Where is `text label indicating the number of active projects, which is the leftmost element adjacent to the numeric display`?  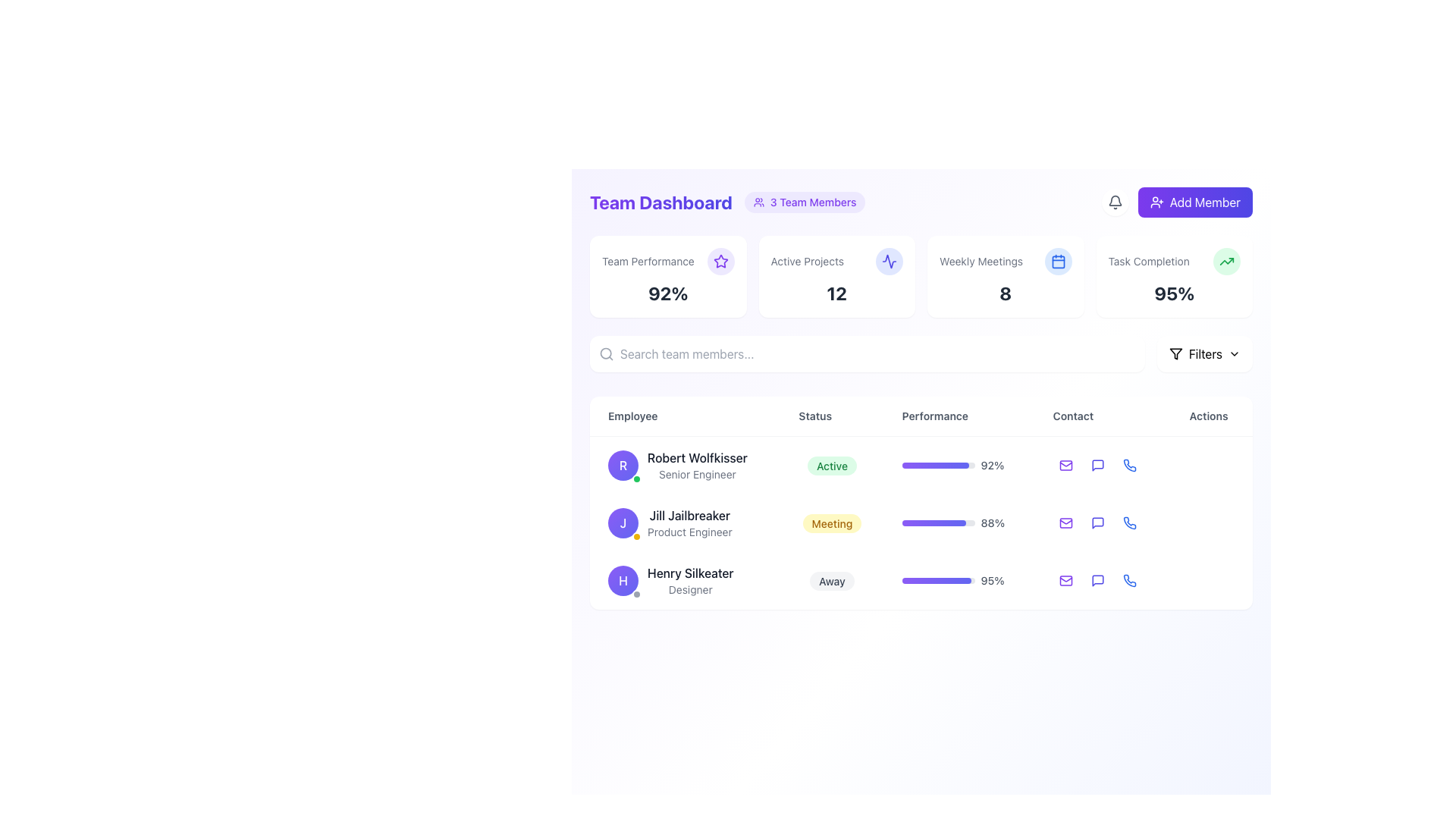
text label indicating the number of active projects, which is the leftmost element adjacent to the numeric display is located at coordinates (806, 260).